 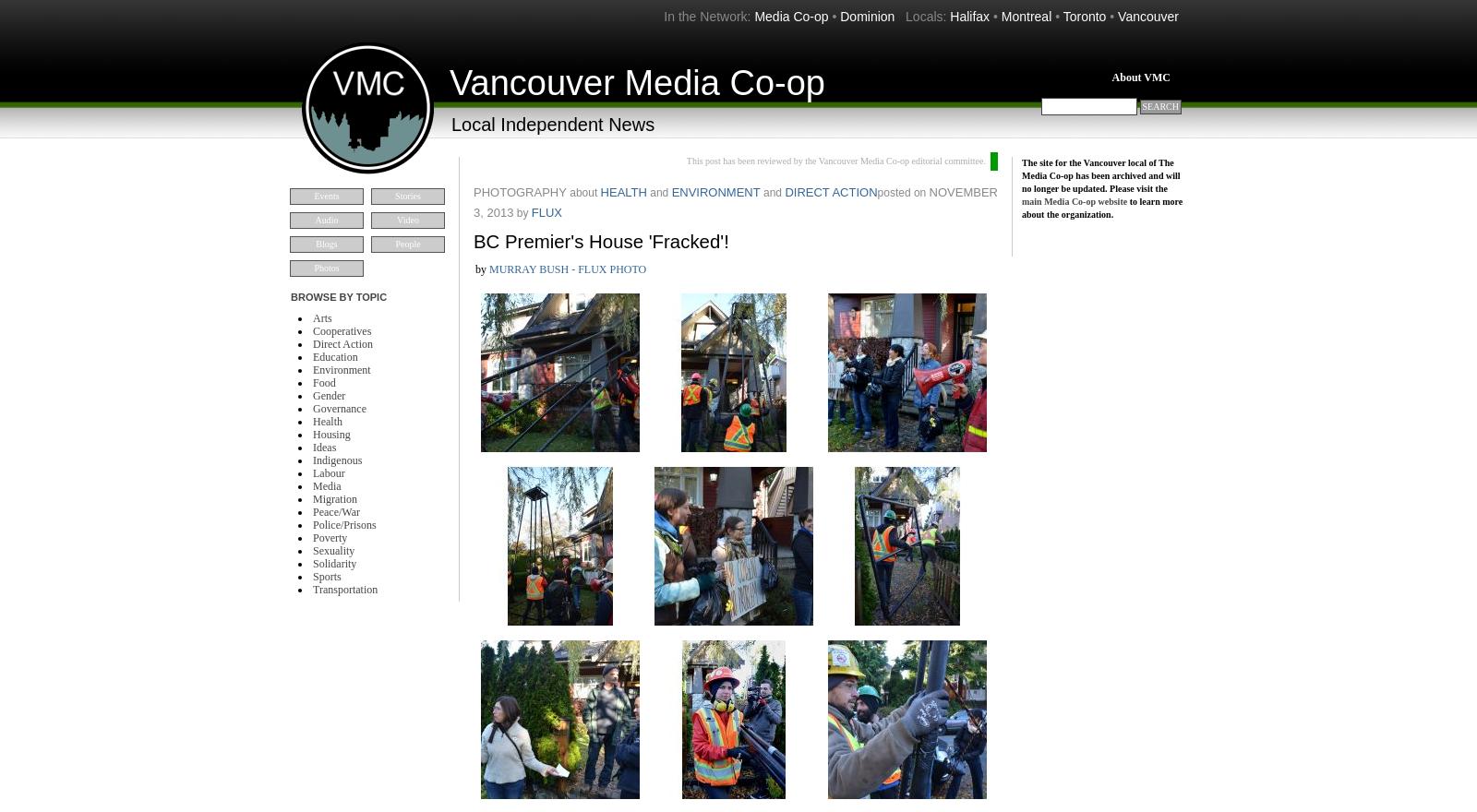 I want to click on 'Labour', so click(x=313, y=473).